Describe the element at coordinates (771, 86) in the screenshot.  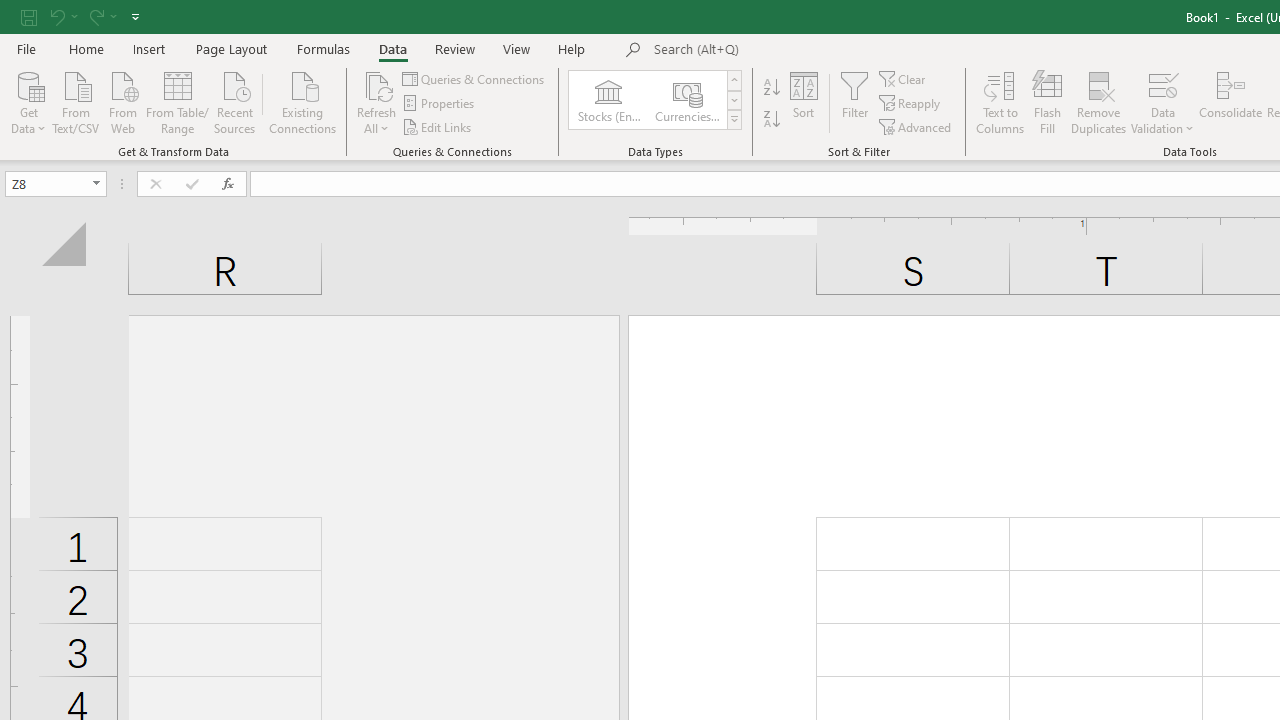
I see `'Sort A to Z'` at that location.